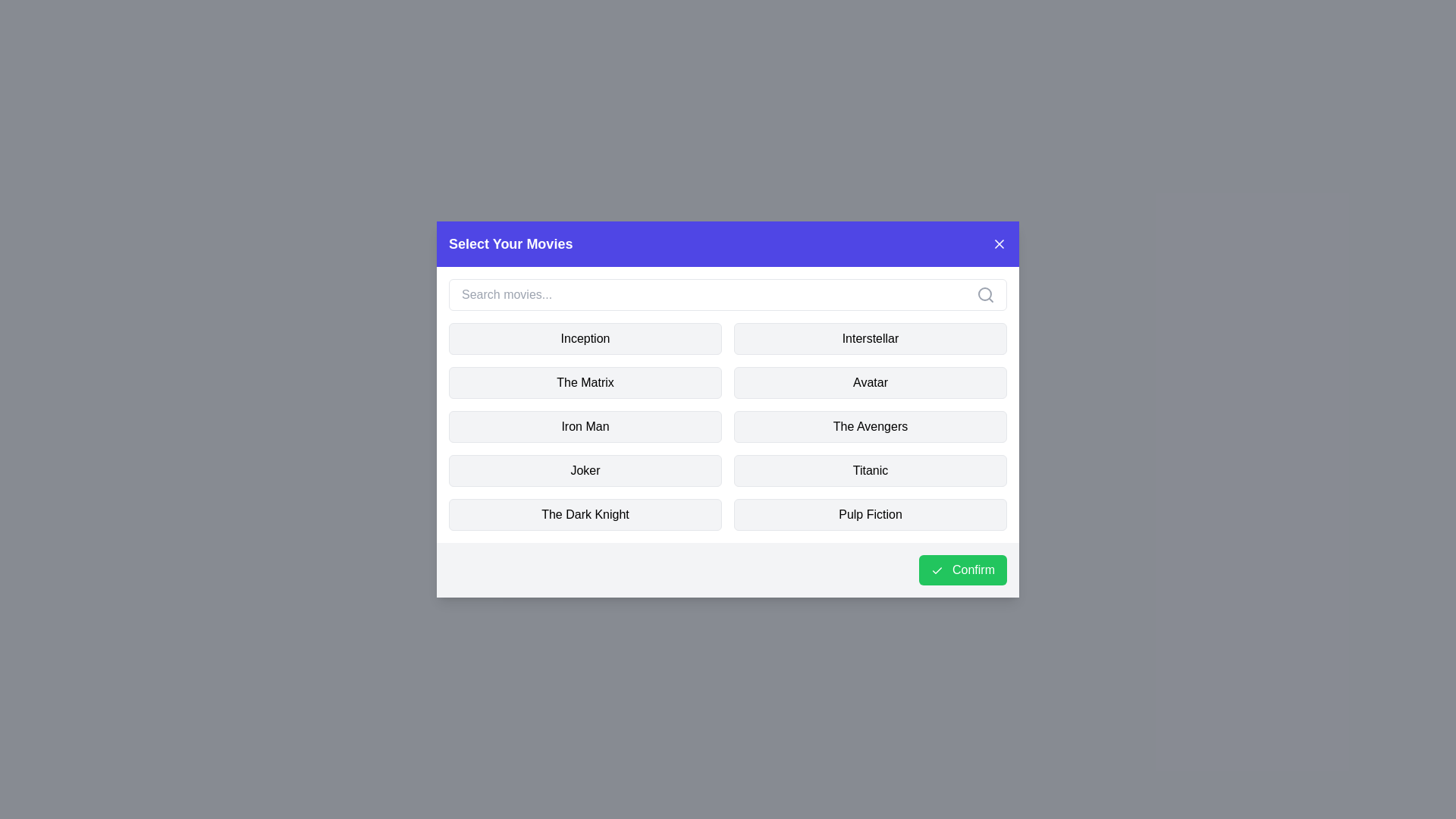  What do you see at coordinates (585, 513) in the screenshot?
I see `the movie named The Dark Knight to toggle its selection state` at bounding box center [585, 513].